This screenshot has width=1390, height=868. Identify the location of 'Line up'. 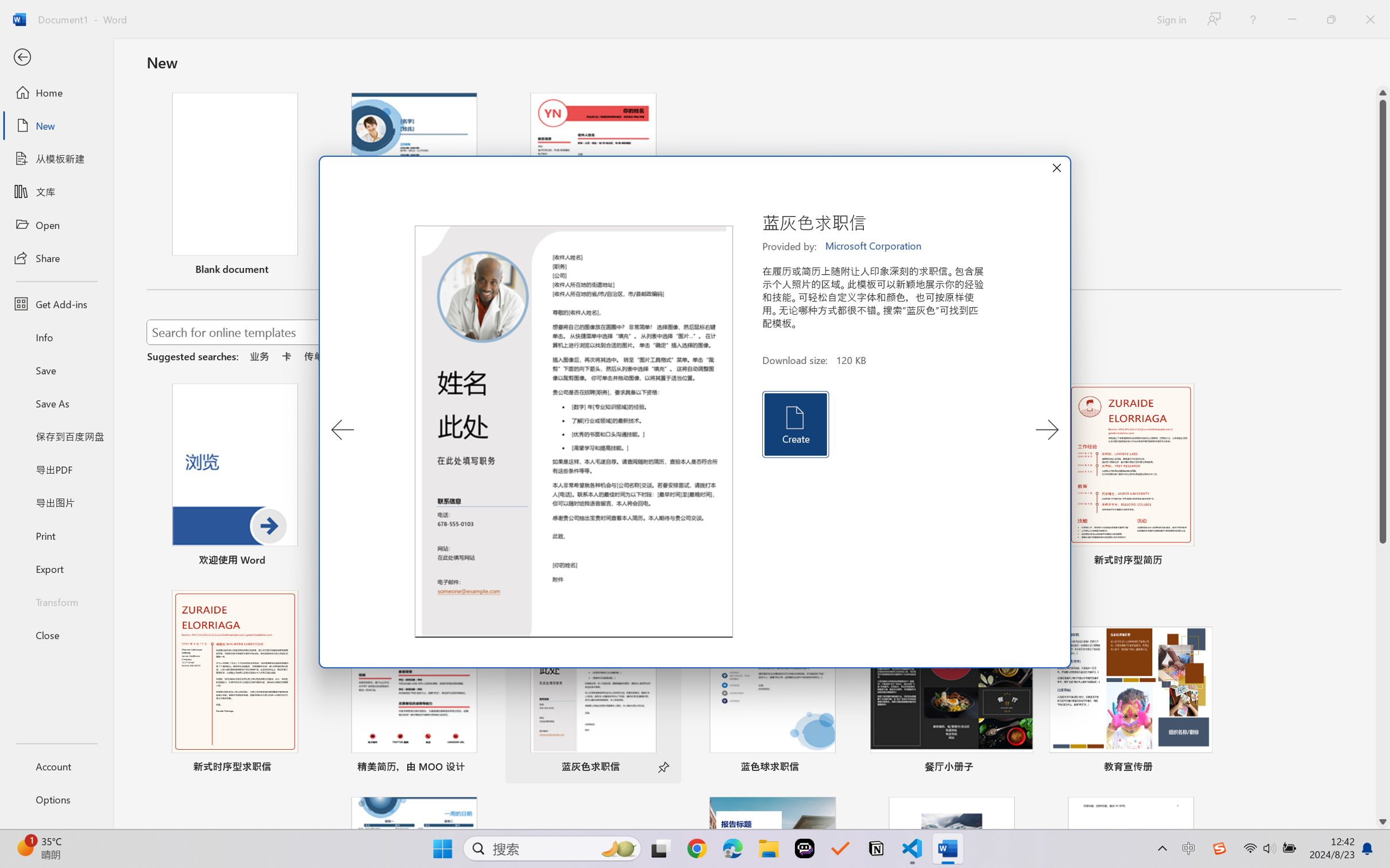
(1383, 92).